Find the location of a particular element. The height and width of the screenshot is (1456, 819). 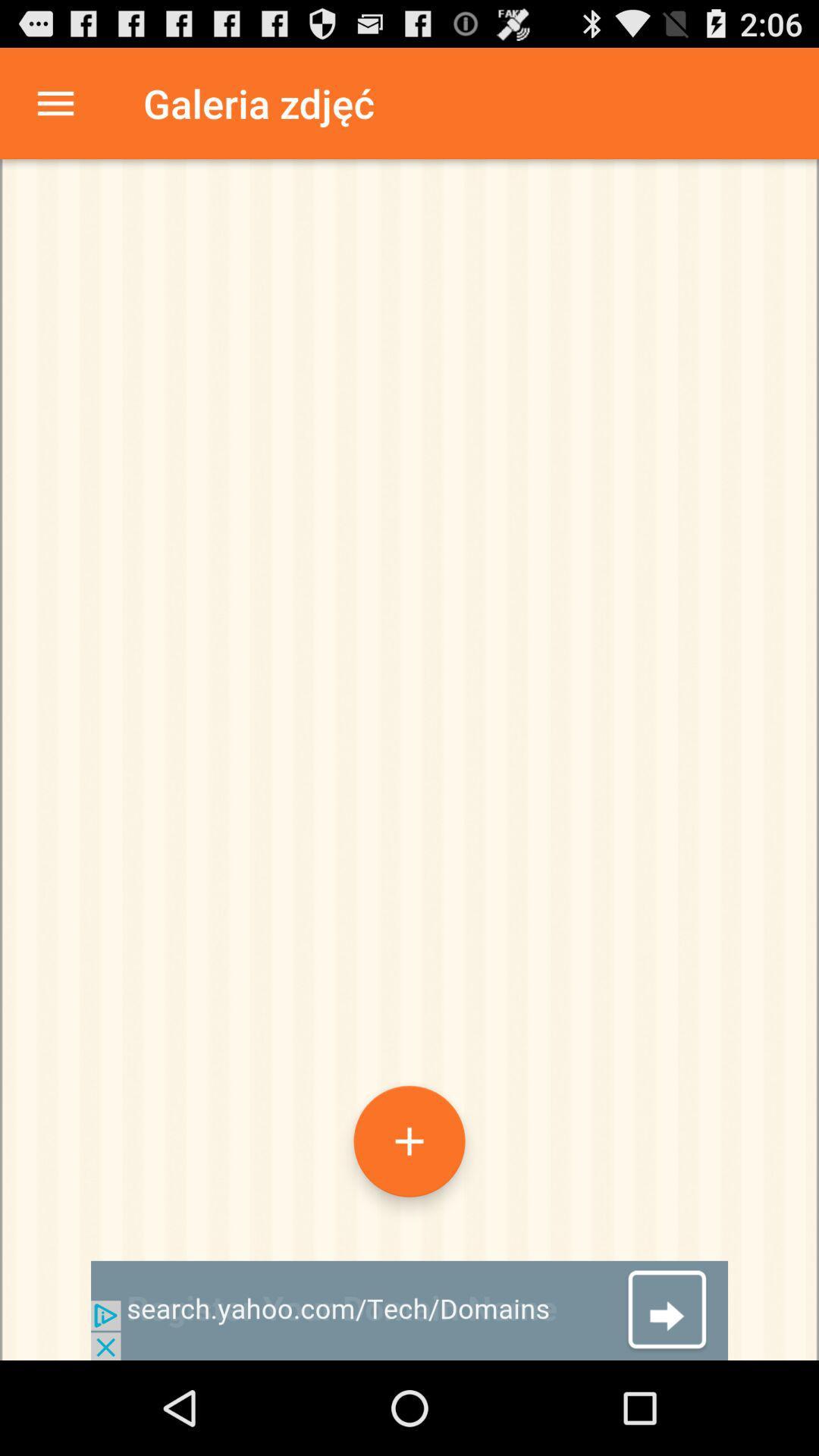

the add icon is located at coordinates (409, 1221).